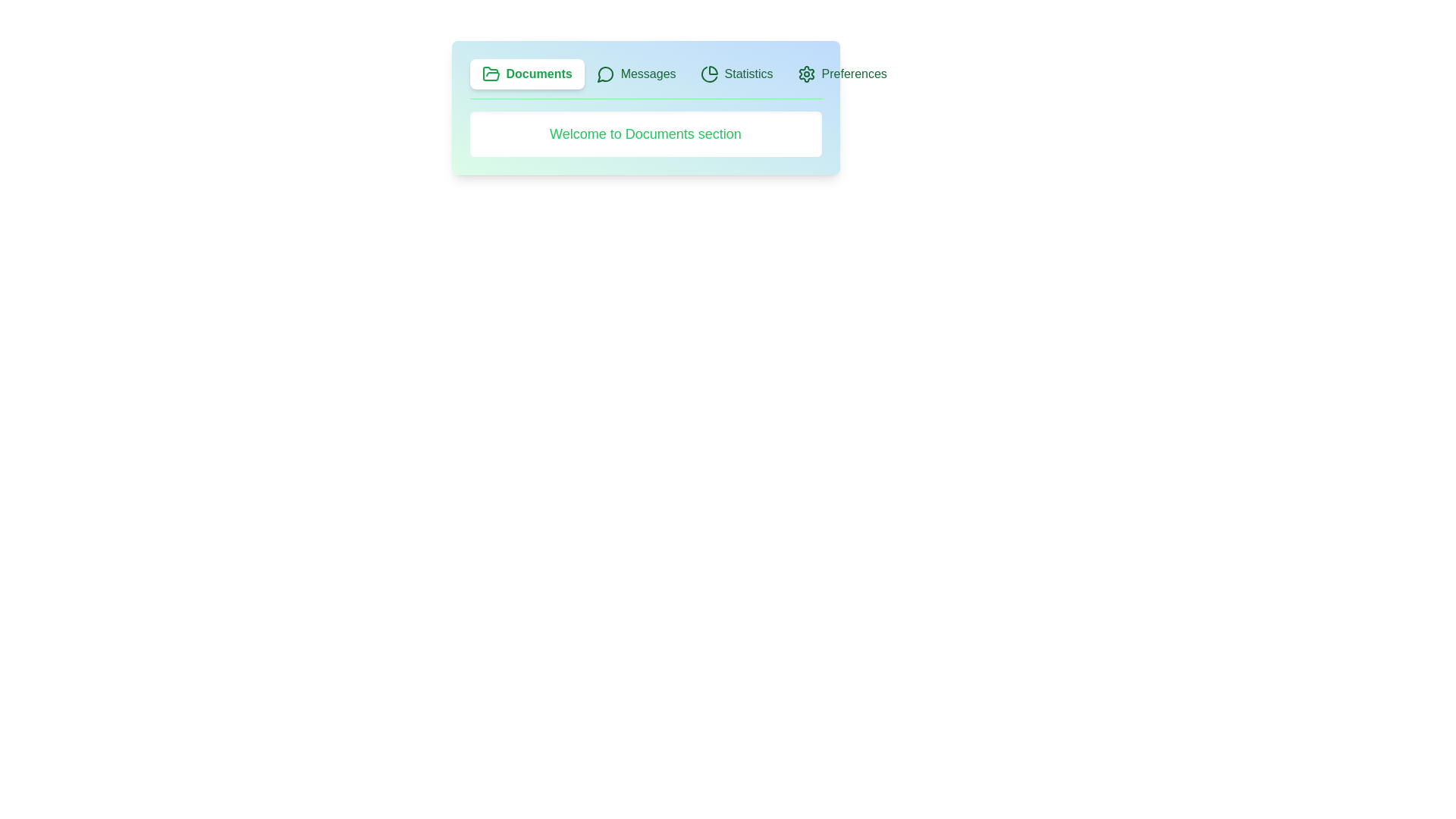  Describe the element at coordinates (805, 74) in the screenshot. I see `the icon associated with the Preferences tab` at that location.